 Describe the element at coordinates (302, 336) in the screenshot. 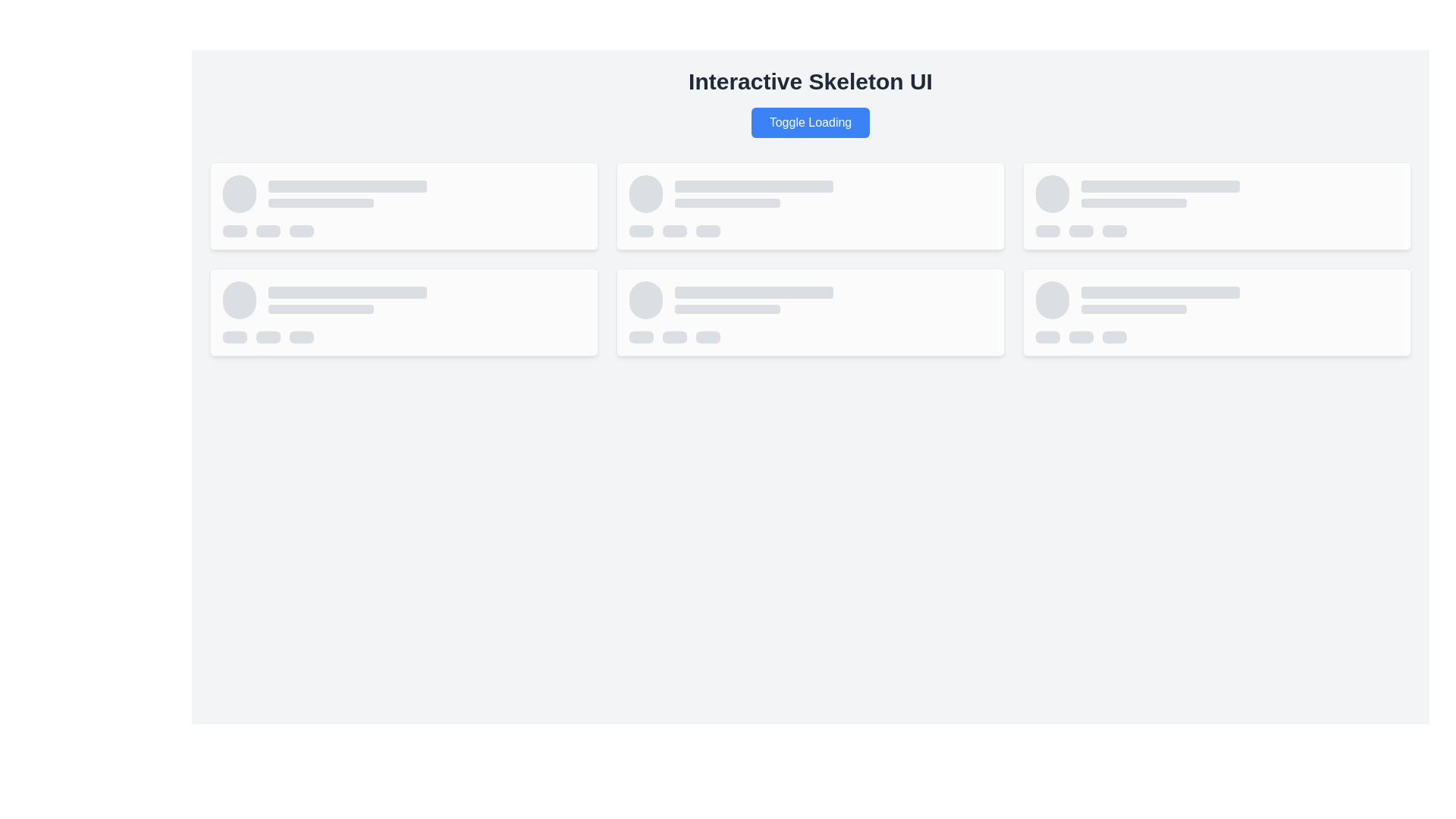

I see `the third button in a horizontal group of buttons that has a neutral gray background and is currently disabled` at that location.